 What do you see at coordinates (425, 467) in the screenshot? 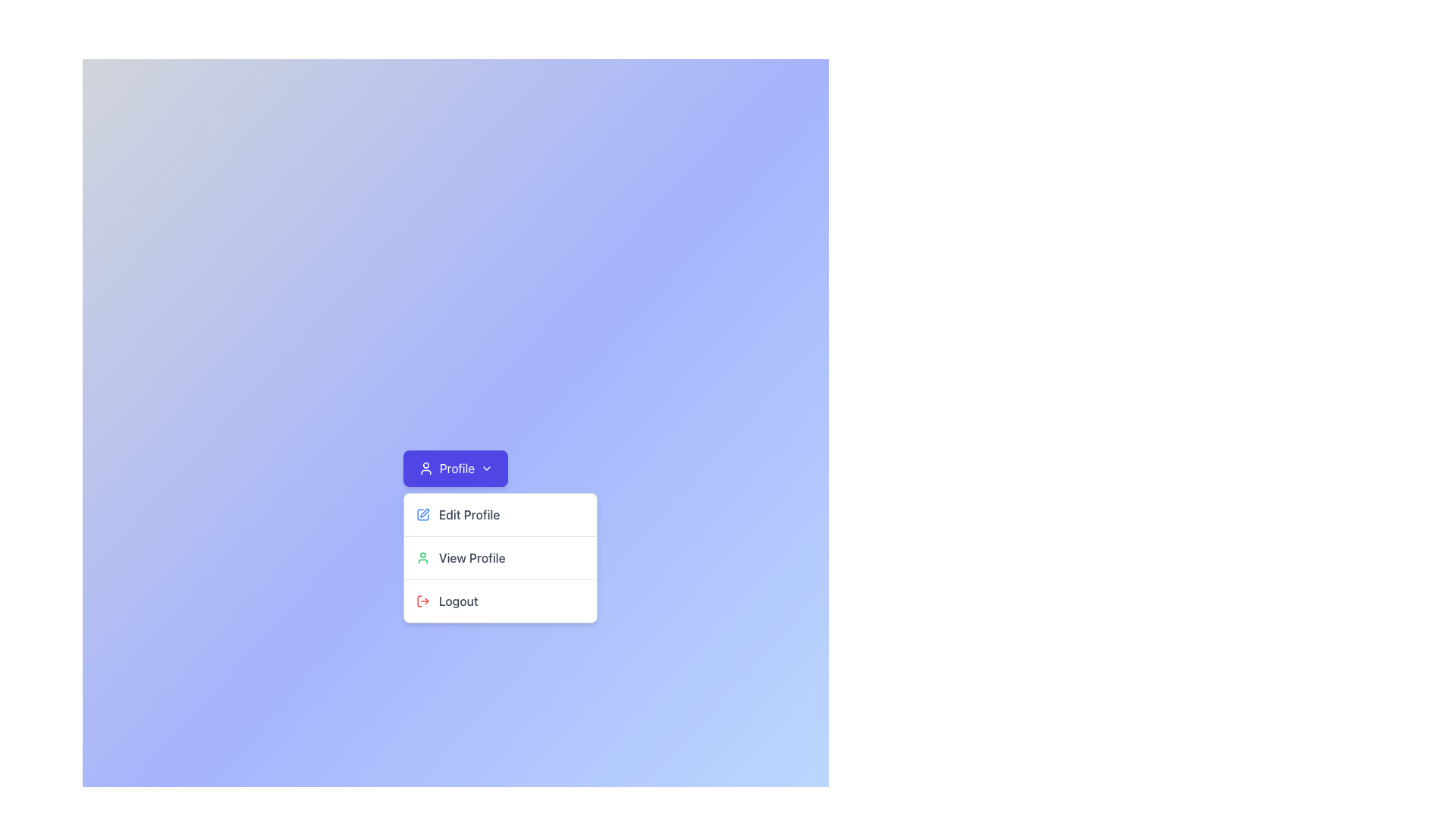
I see `the user profile icon located on the left edge of the 'Profile' button within the dropdown menu` at bounding box center [425, 467].